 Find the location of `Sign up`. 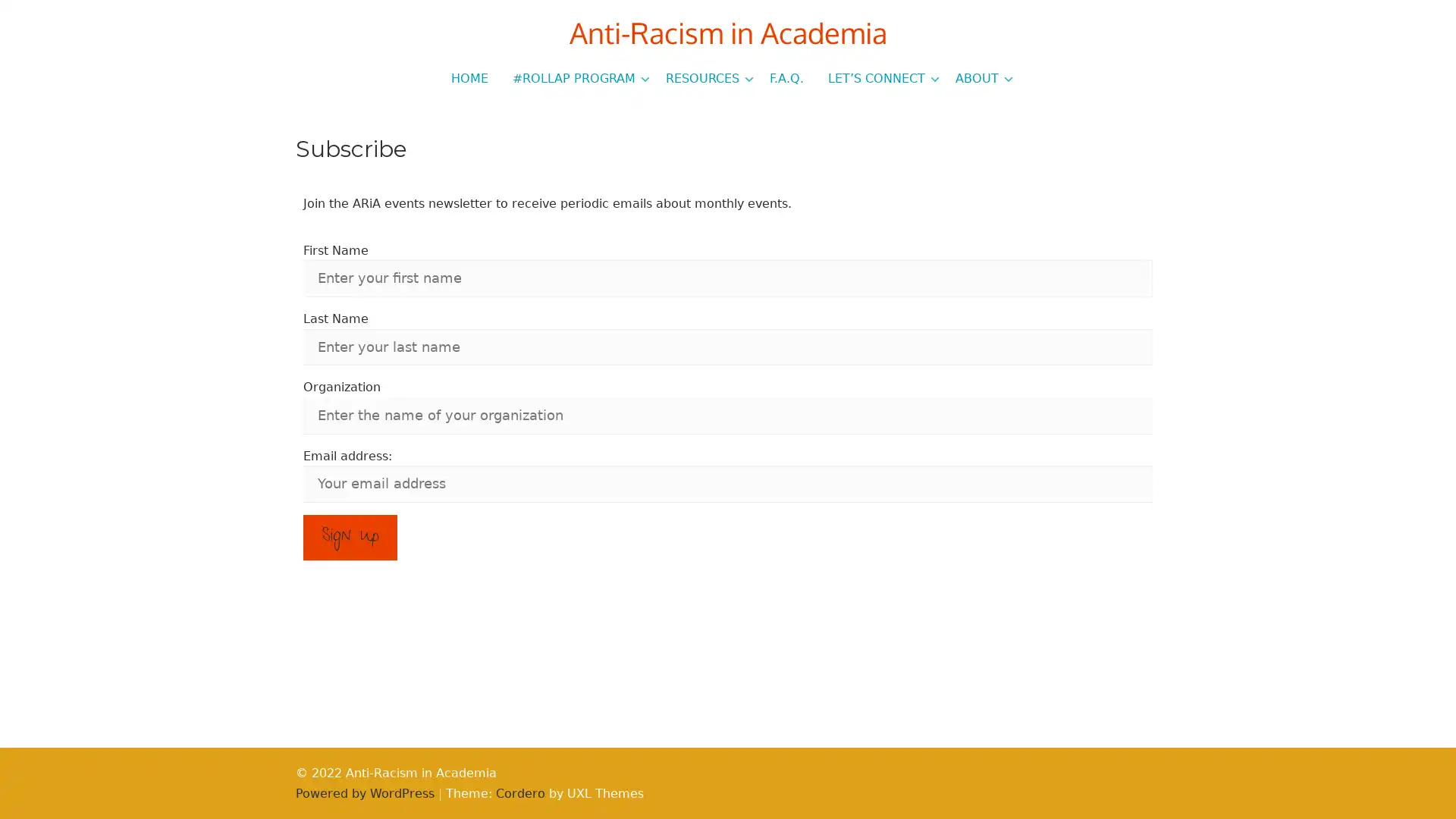

Sign up is located at coordinates (349, 537).